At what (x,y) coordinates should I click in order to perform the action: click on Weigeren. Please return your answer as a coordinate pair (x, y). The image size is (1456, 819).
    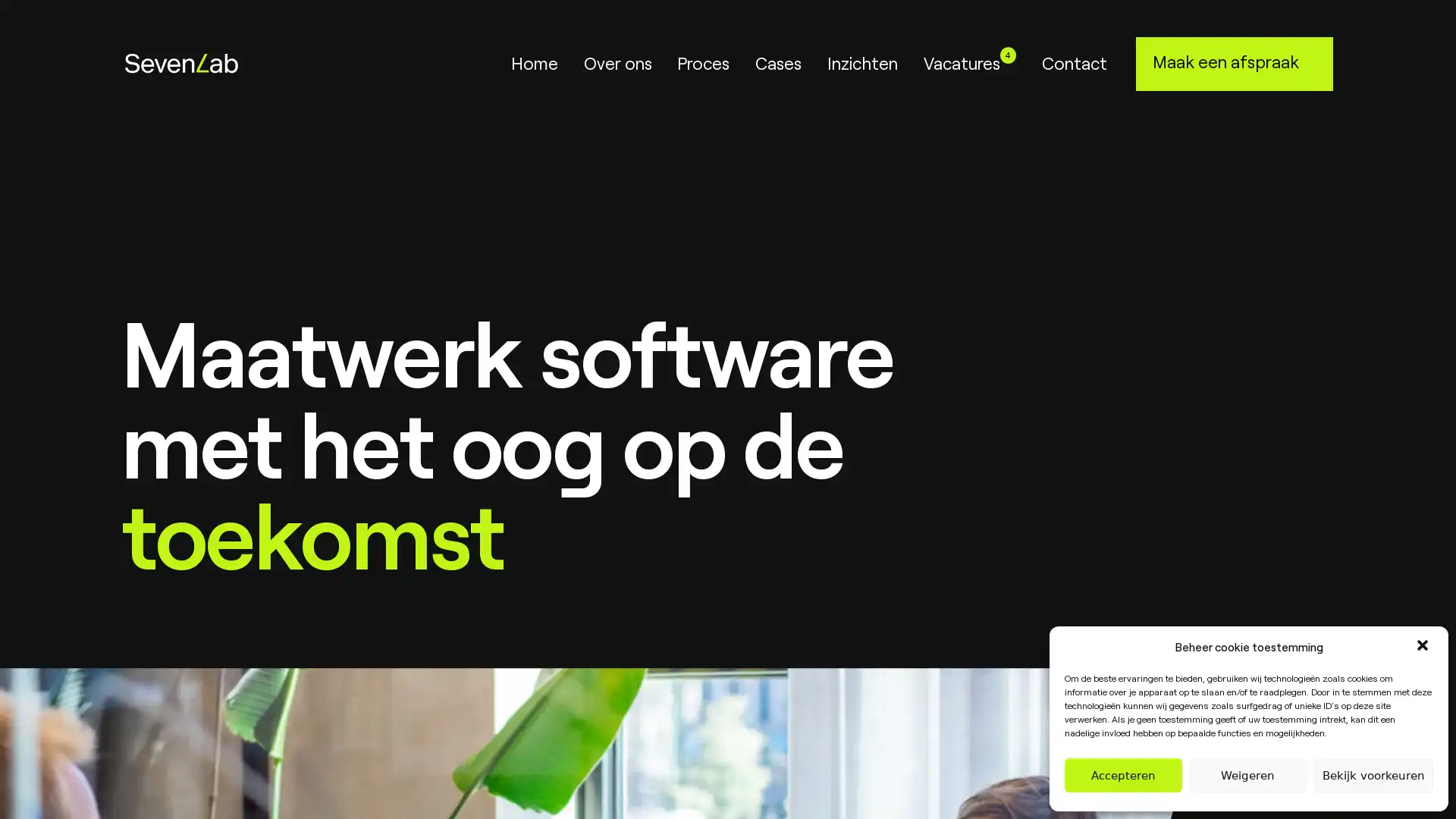
    Looking at the image, I should click on (1247, 775).